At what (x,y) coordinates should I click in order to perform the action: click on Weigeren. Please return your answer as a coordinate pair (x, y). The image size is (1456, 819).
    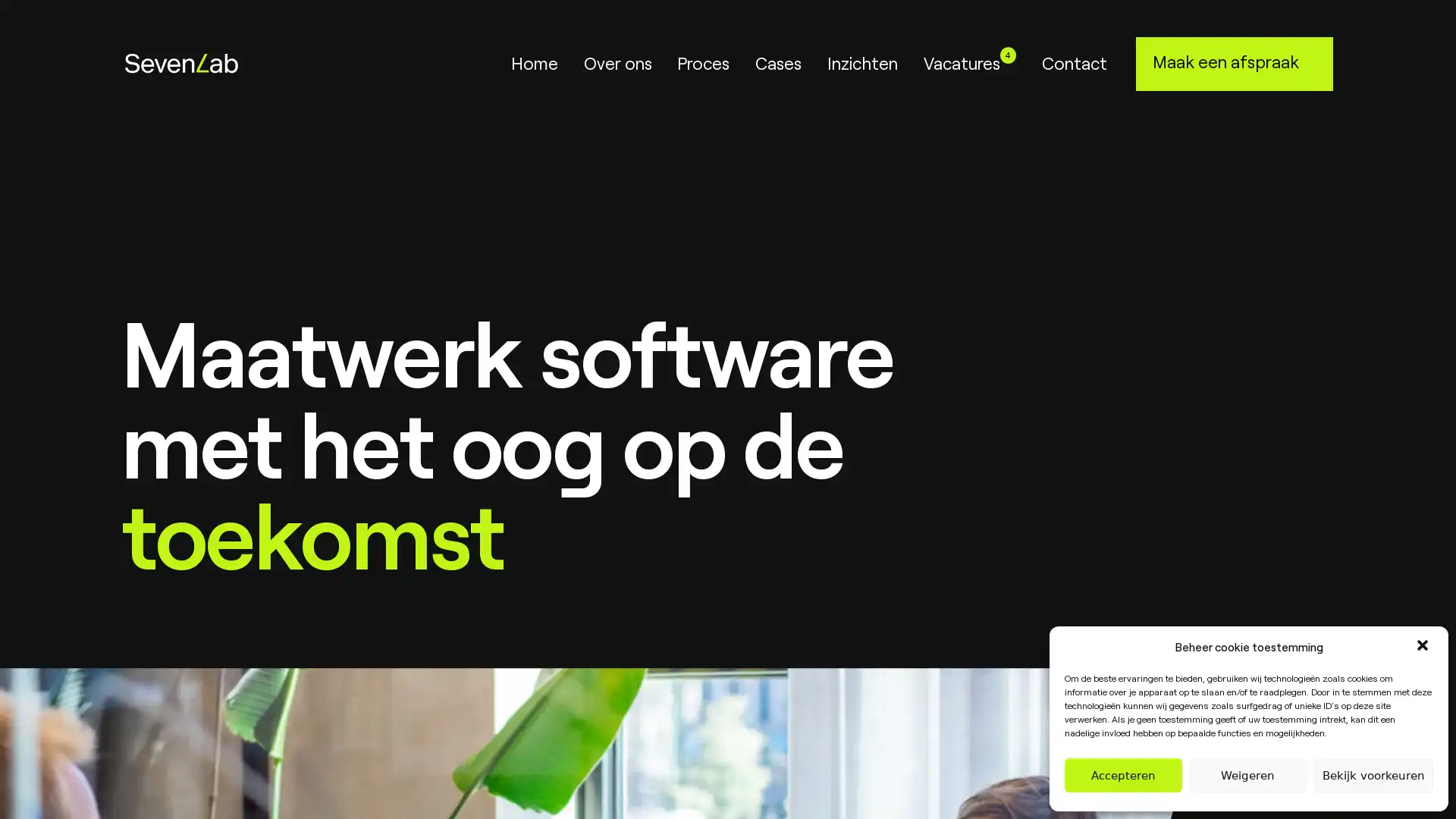
    Looking at the image, I should click on (1247, 775).